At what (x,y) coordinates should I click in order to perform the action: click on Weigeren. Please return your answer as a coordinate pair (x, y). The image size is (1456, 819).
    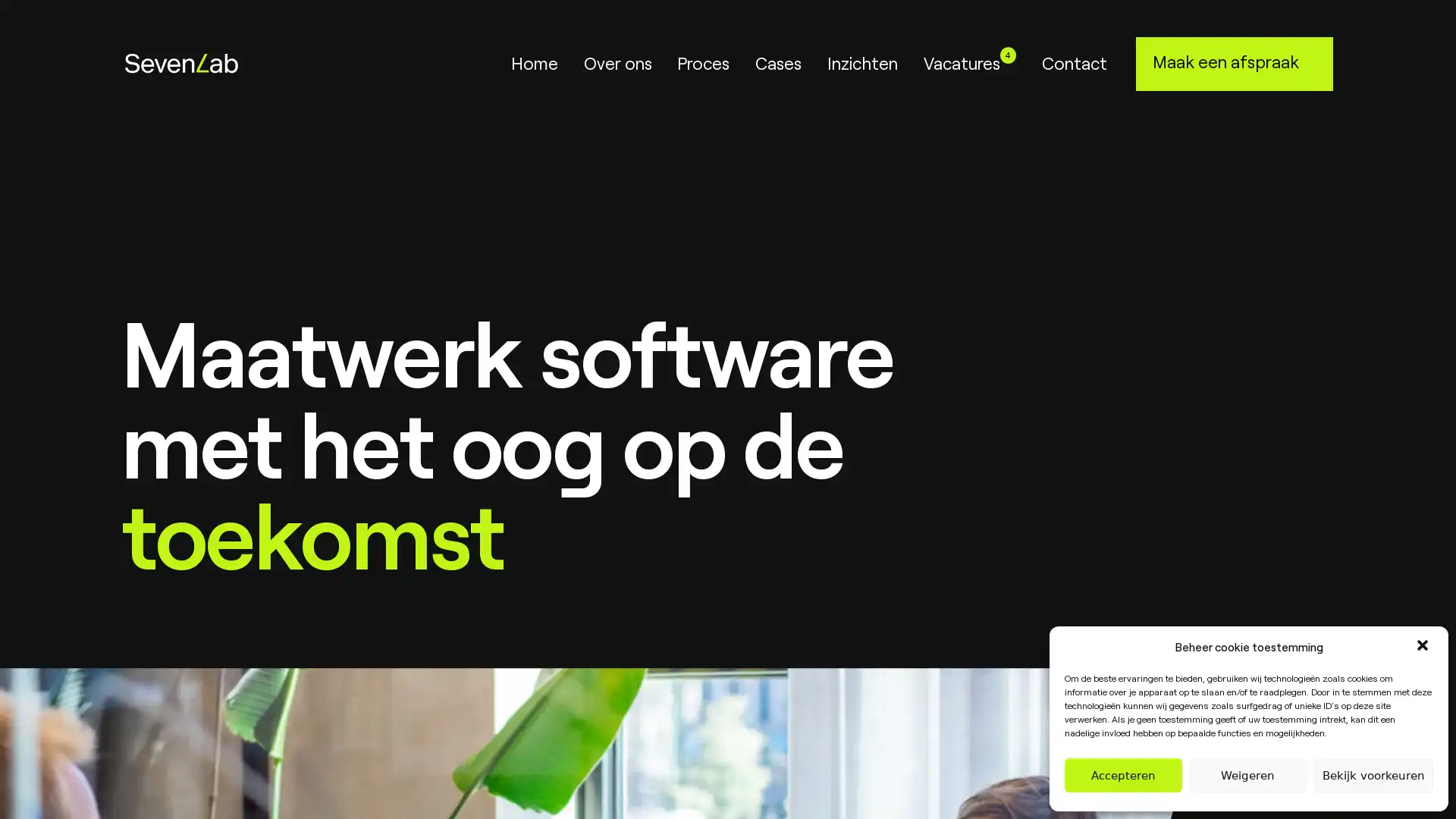
    Looking at the image, I should click on (1247, 775).